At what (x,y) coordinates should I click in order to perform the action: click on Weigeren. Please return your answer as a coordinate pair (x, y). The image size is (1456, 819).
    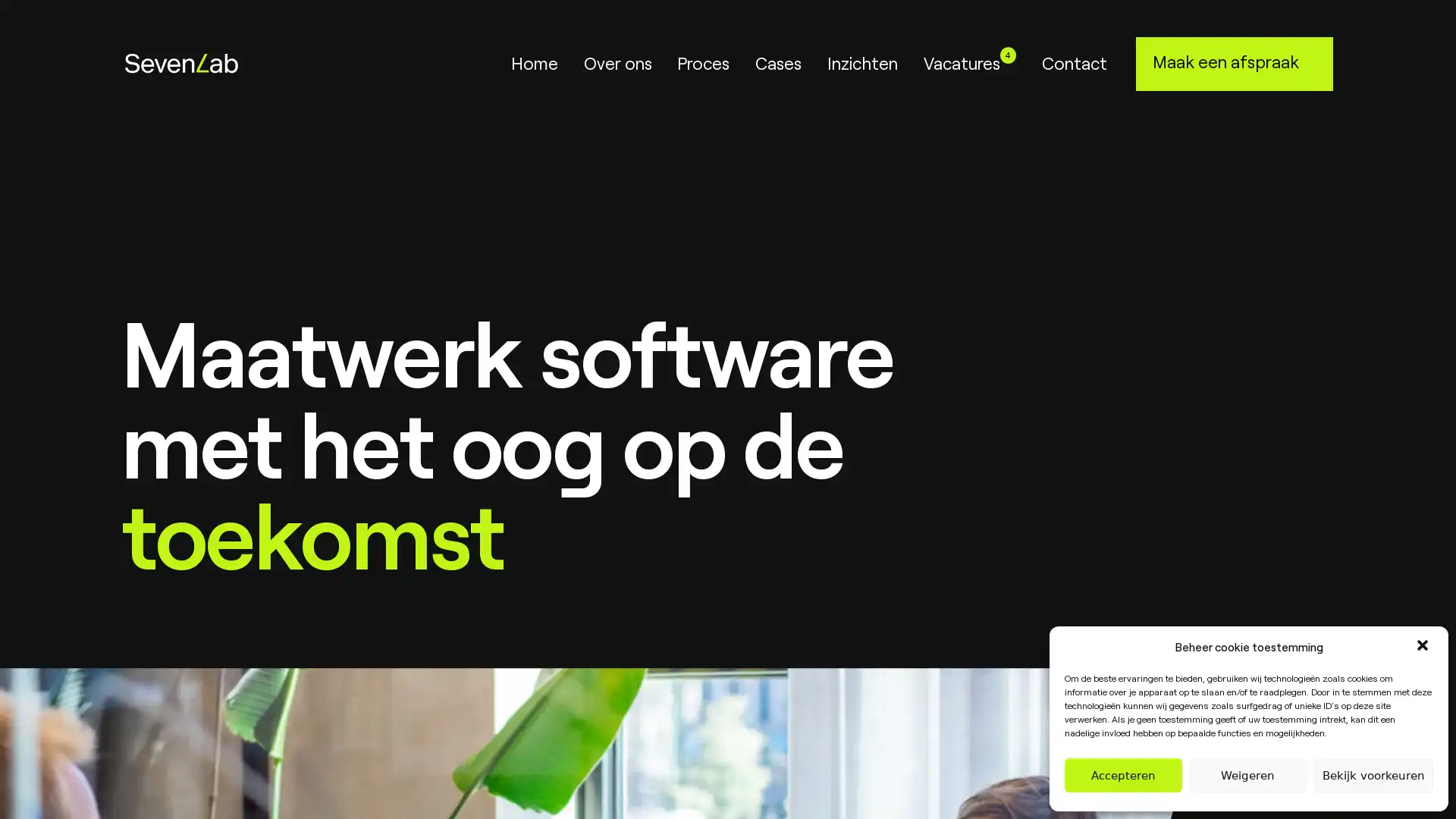
    Looking at the image, I should click on (1247, 775).